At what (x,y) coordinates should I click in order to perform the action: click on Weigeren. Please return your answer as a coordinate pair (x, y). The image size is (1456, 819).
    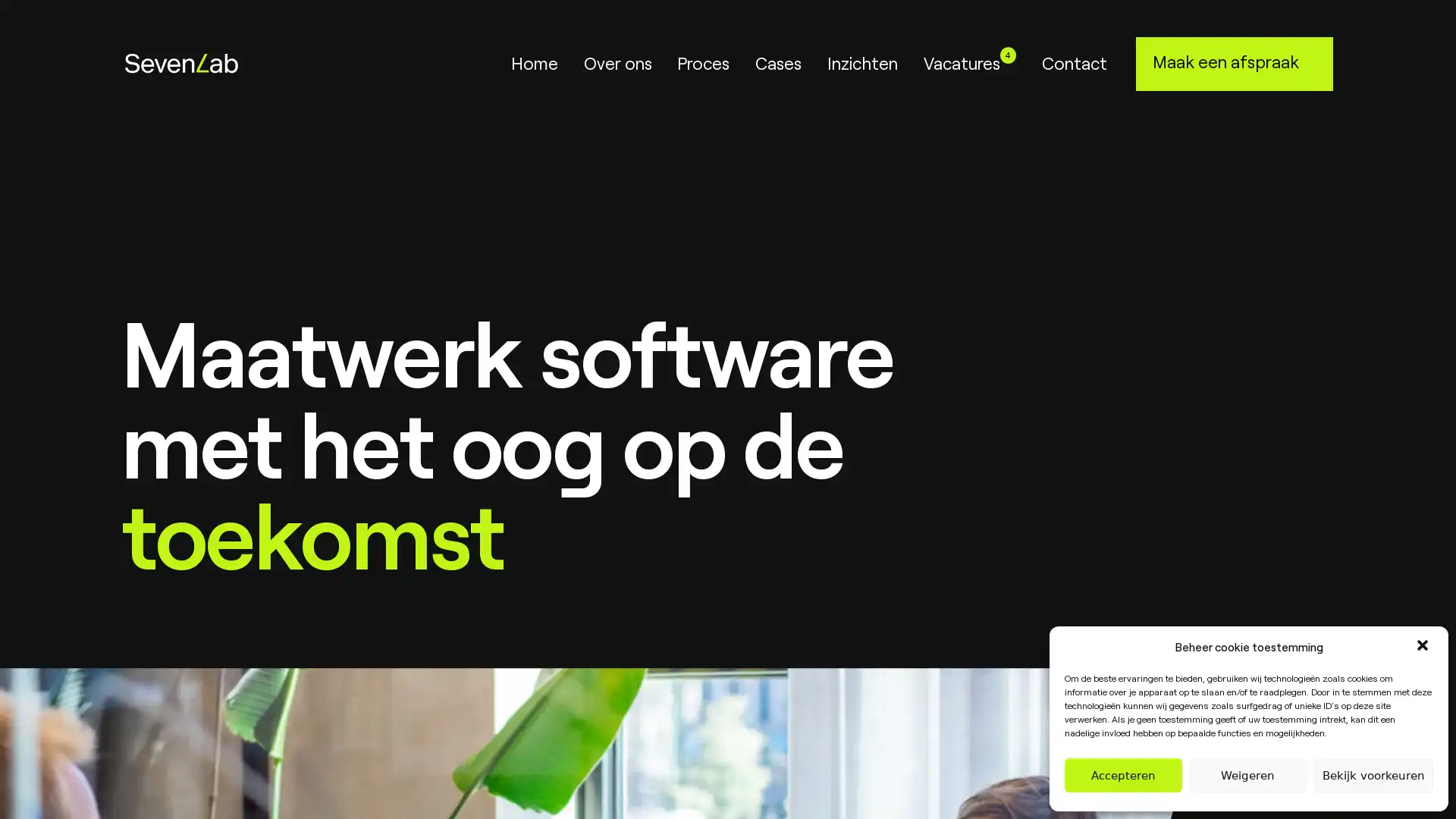
    Looking at the image, I should click on (1247, 775).